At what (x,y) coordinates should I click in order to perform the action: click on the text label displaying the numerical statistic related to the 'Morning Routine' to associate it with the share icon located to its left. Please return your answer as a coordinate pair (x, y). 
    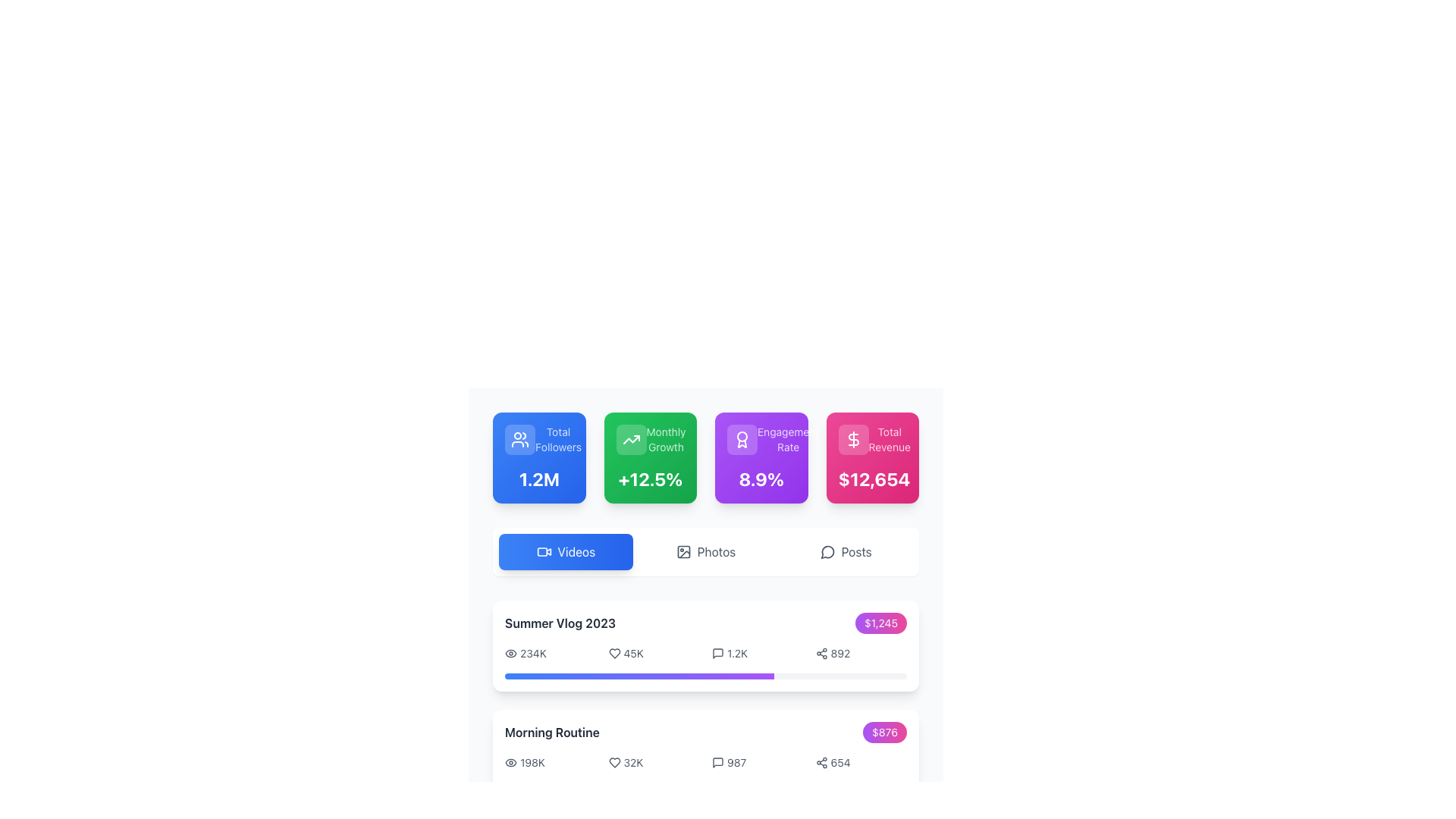
    Looking at the image, I should click on (839, 763).